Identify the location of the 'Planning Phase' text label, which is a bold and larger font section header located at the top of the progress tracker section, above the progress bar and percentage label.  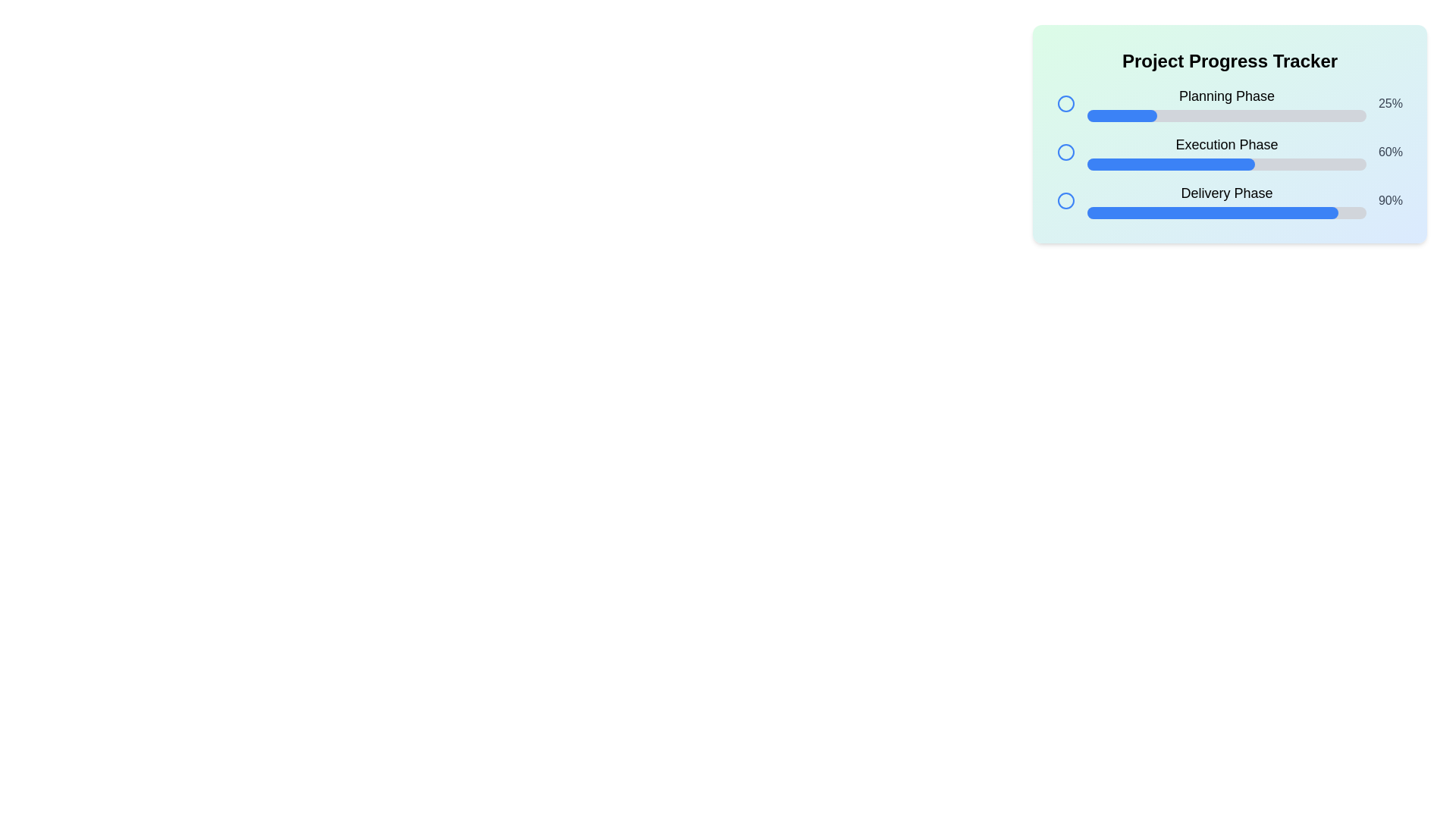
(1226, 96).